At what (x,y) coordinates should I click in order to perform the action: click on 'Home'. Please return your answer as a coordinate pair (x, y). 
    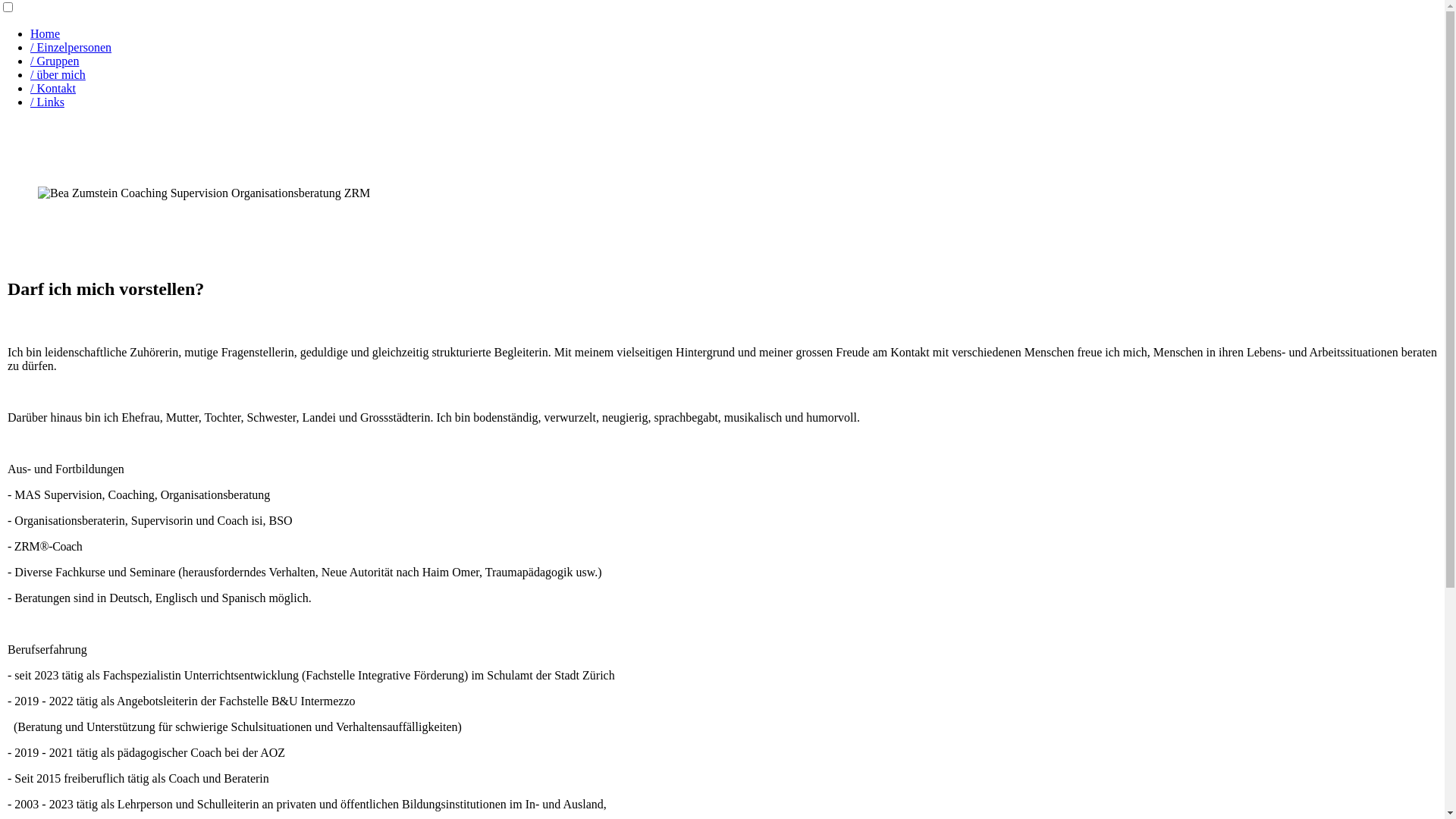
    Looking at the image, I should click on (30, 33).